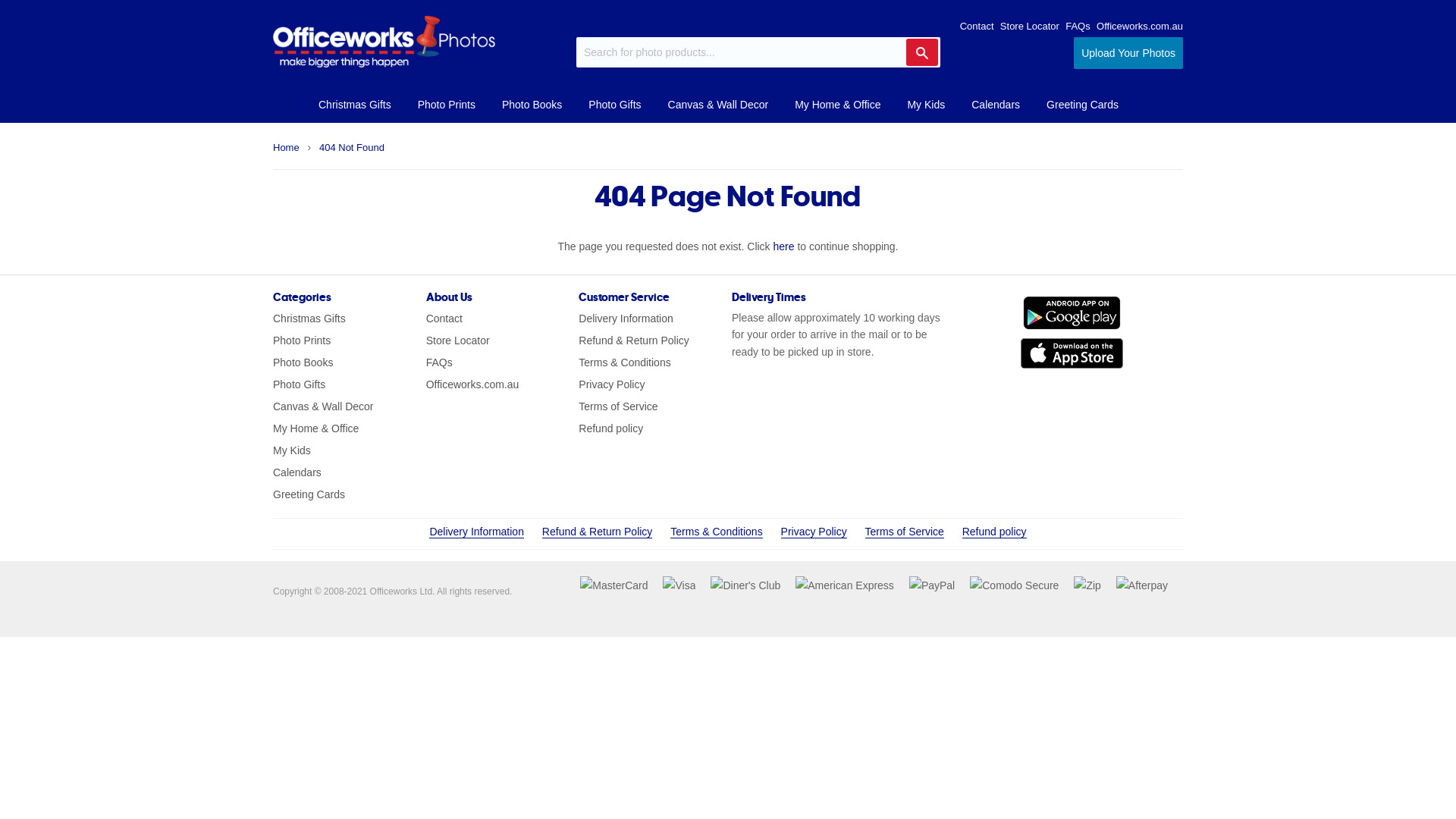 The height and width of the screenshot is (819, 1456). Describe the element at coordinates (618, 406) in the screenshot. I see `'Terms of Service'` at that location.